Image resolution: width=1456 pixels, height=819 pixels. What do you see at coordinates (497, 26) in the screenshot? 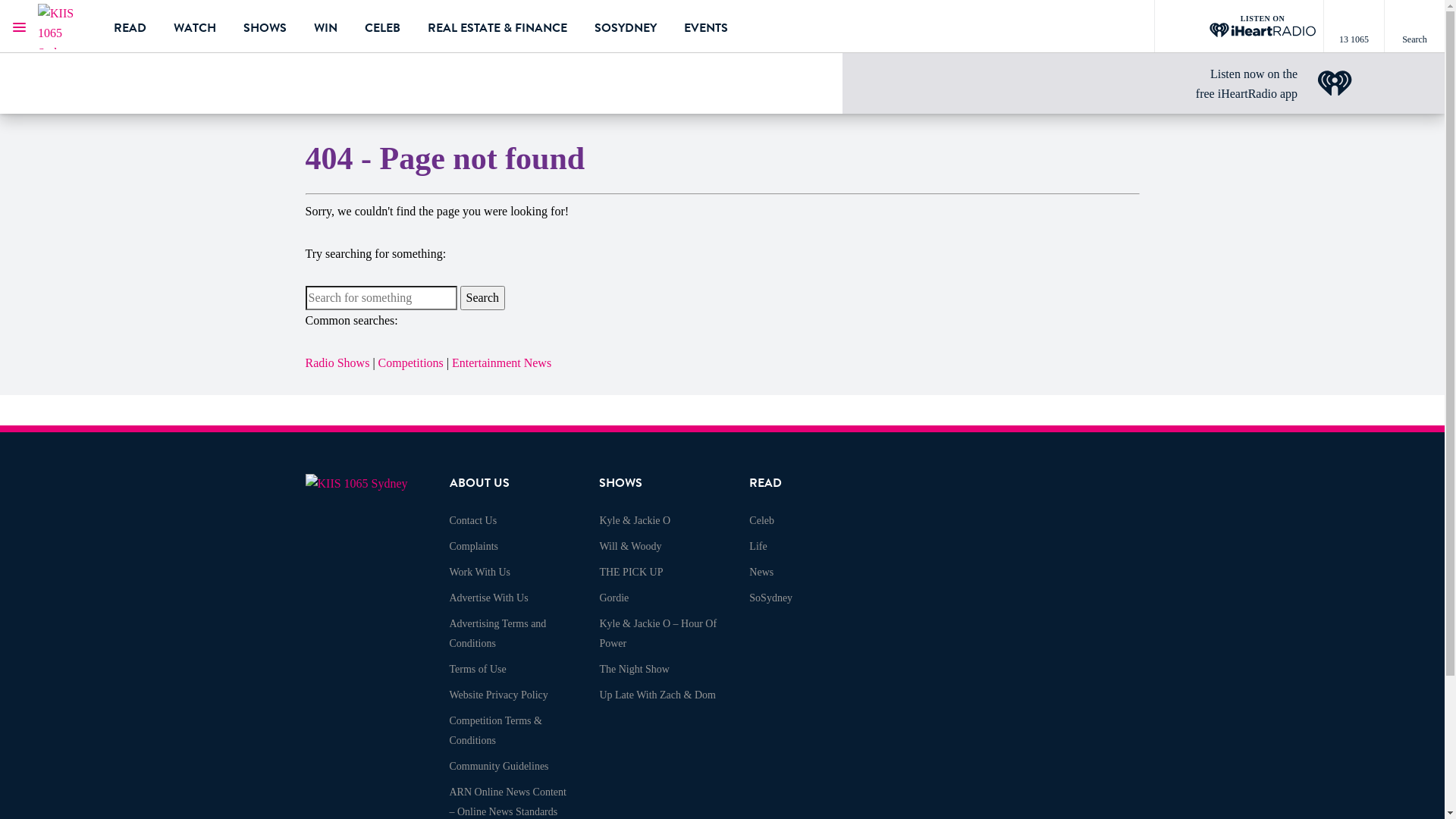
I see `'REAL ESTATE & FINANCE'` at bounding box center [497, 26].